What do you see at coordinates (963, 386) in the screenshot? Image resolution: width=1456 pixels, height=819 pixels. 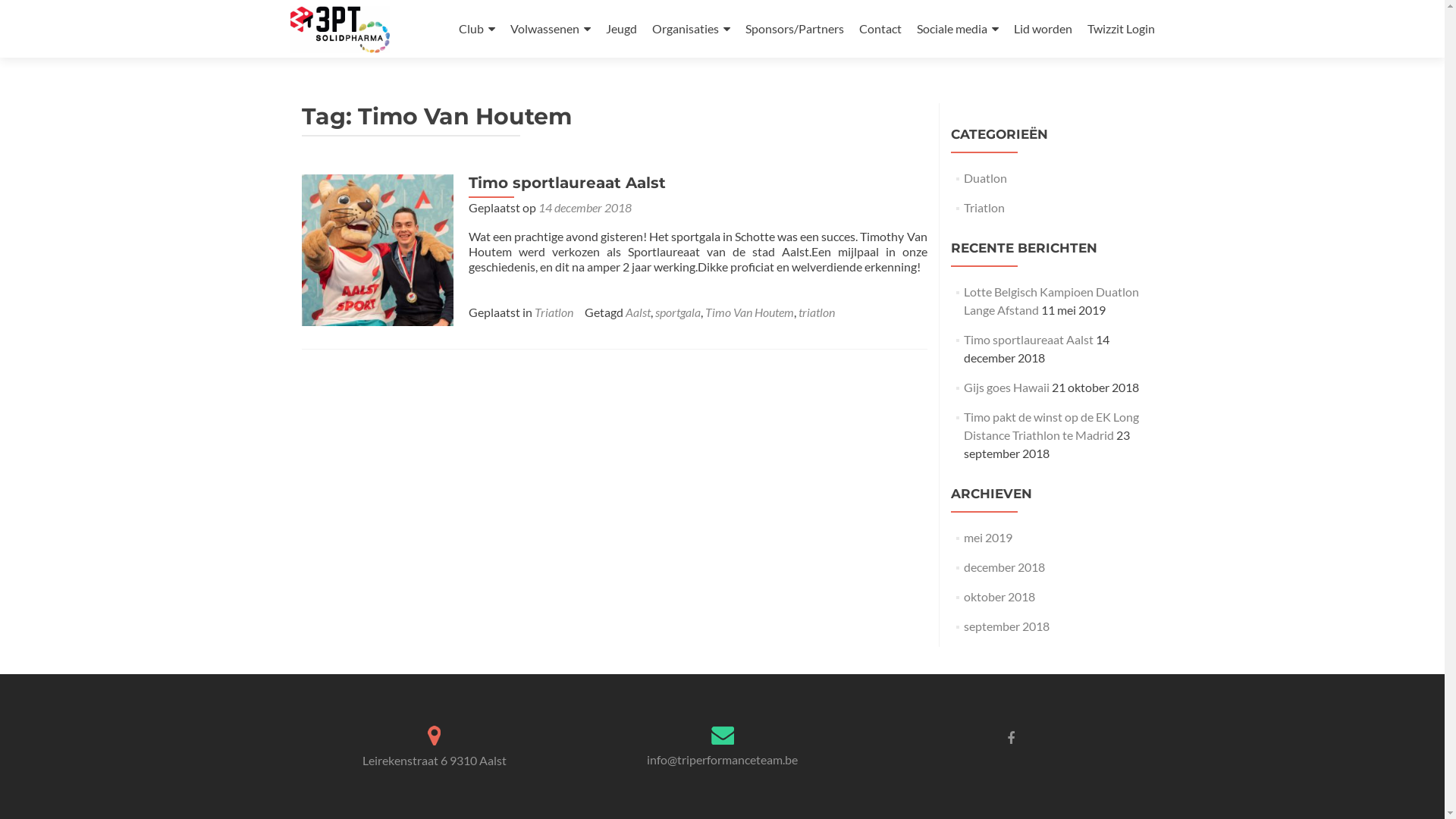 I see `'Gijs goes Hawaii'` at bounding box center [963, 386].